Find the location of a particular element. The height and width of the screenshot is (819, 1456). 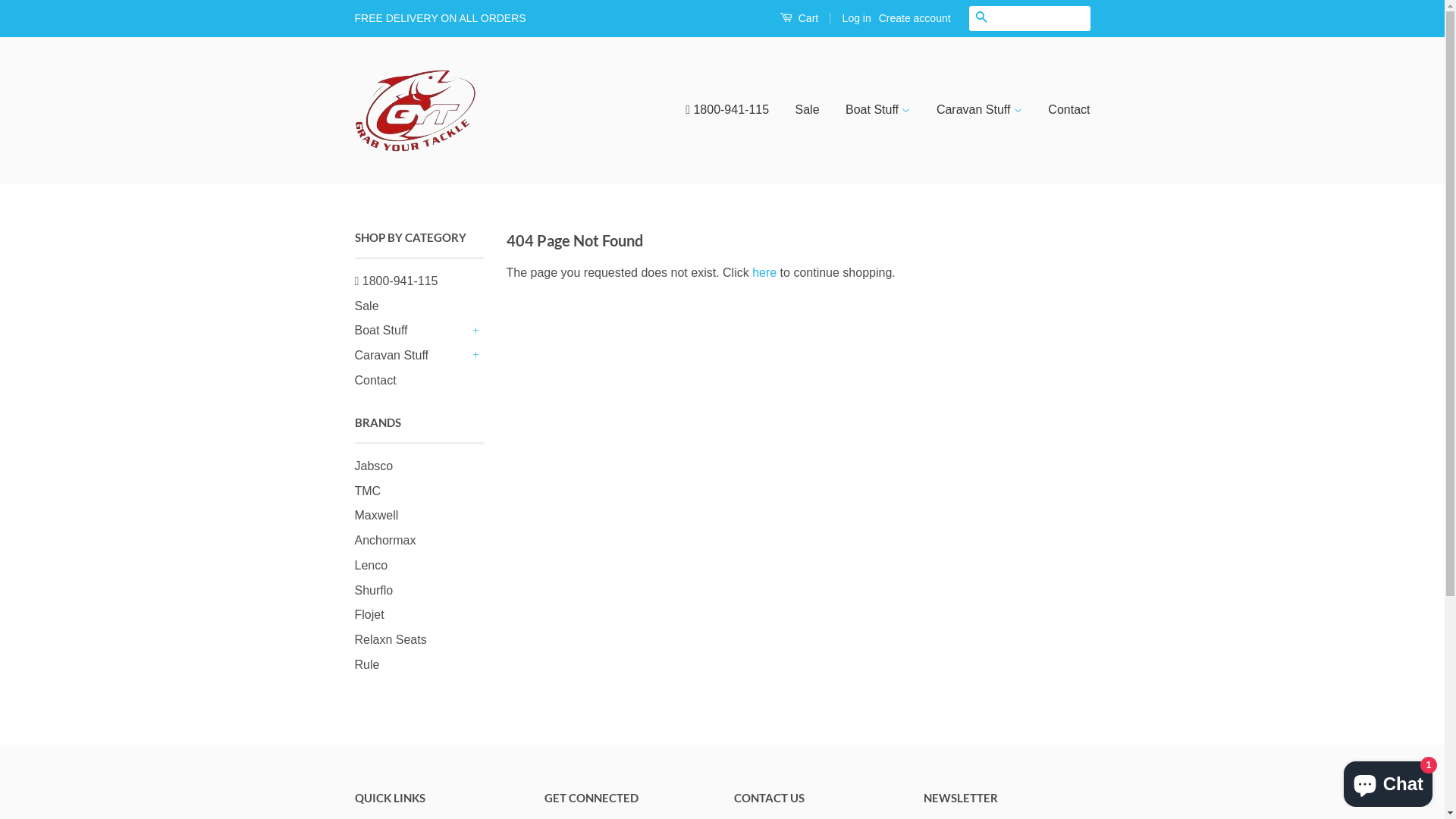

'Jabsco' is located at coordinates (374, 465).